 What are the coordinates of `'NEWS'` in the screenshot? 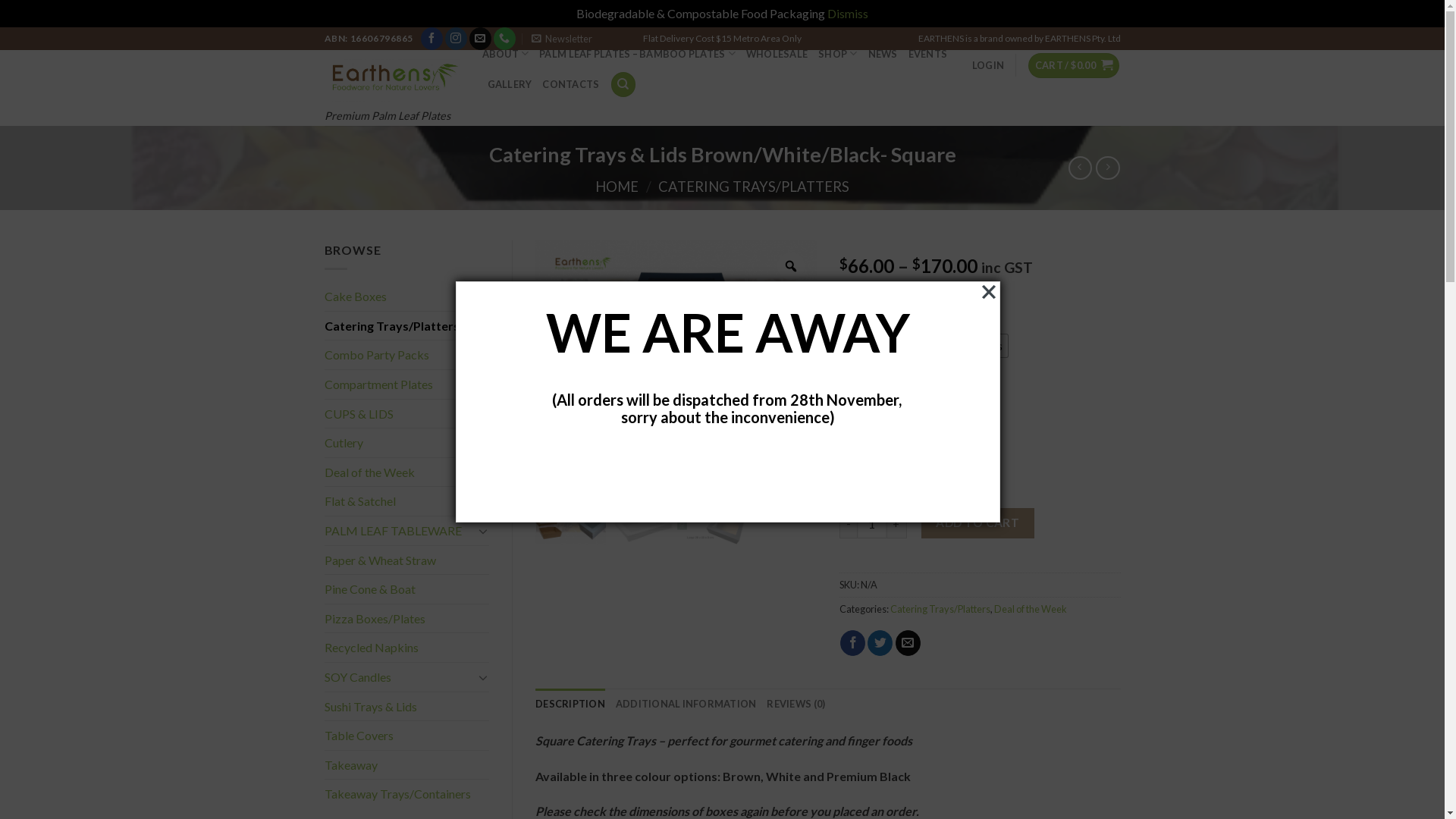 It's located at (883, 52).